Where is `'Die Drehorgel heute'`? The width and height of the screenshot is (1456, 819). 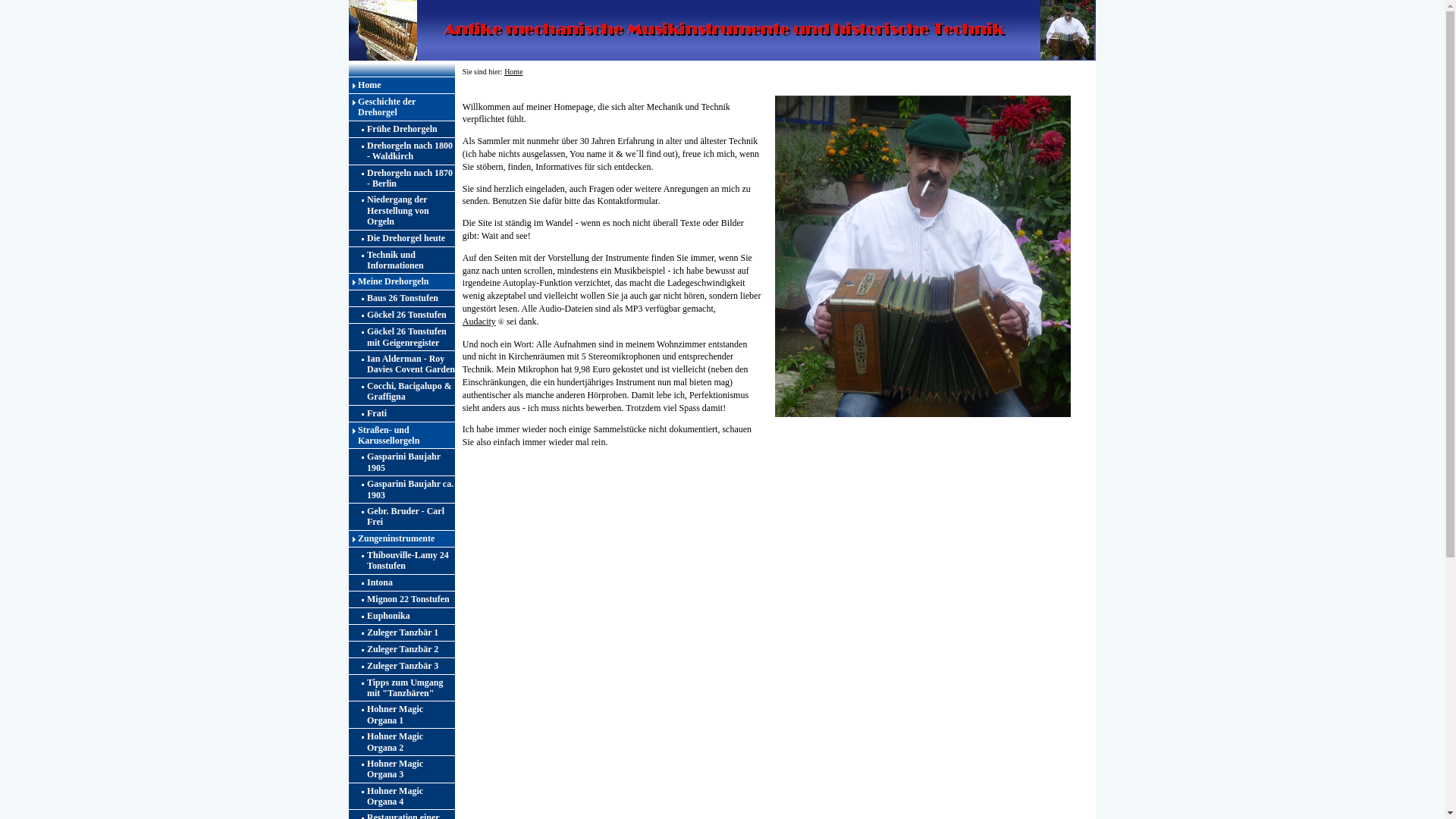 'Die Drehorgel heute' is located at coordinates (401, 238).